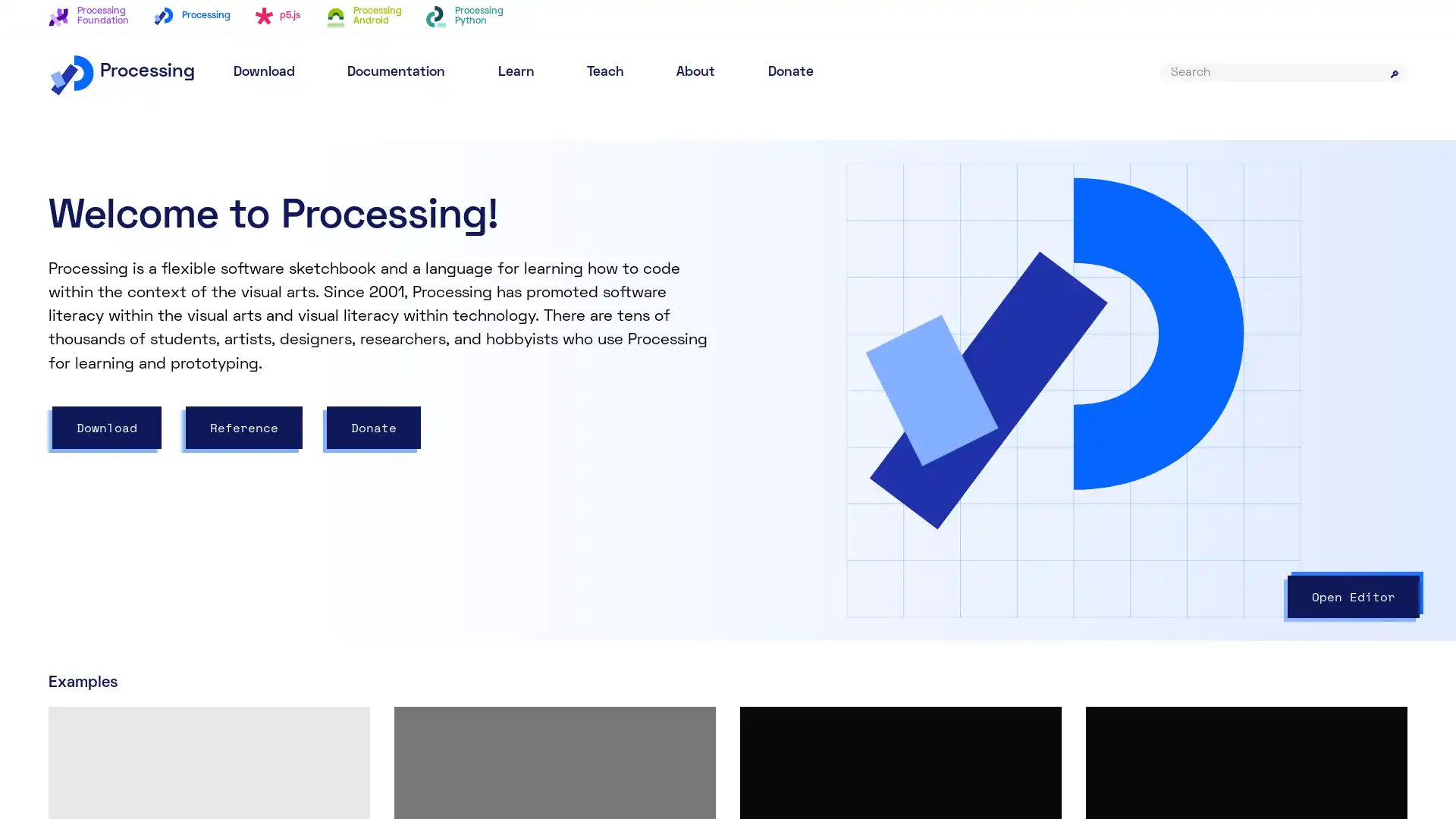 The image size is (1456, 819). Describe the element at coordinates (884, 397) in the screenshot. I see `change position` at that location.